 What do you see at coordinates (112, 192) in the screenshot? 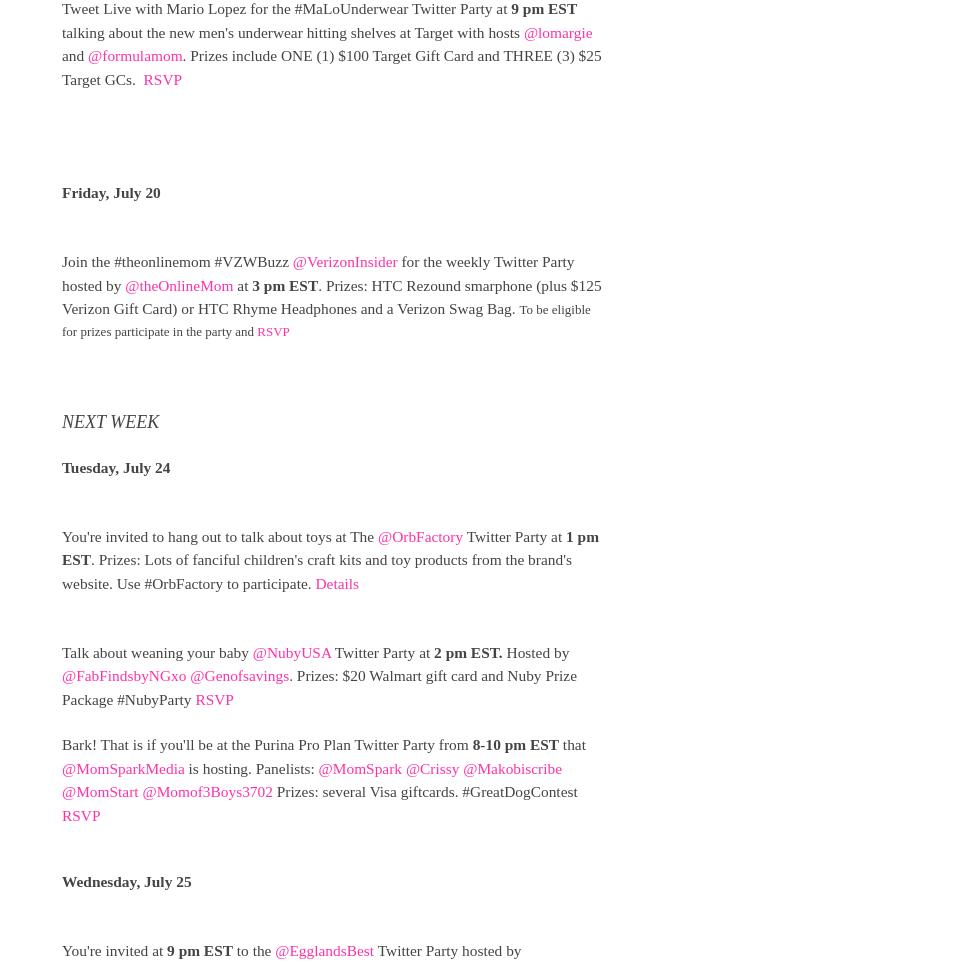
I see `'Friday, July 20'` at bounding box center [112, 192].